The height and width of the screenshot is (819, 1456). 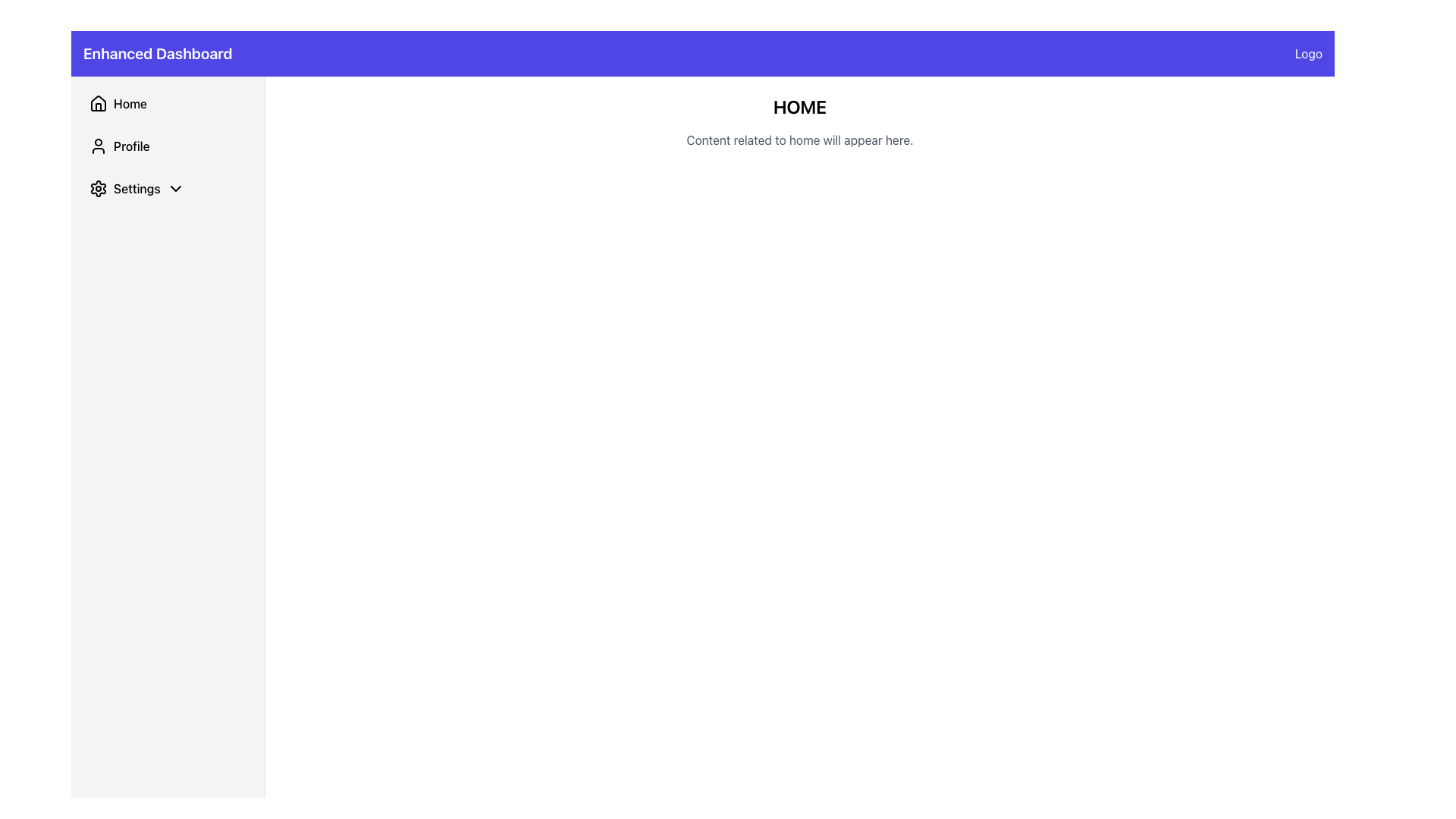 I want to click on the Text Block displaying 'Content related to home will appear here.' which is located beneath the 'HOME' header, so click(x=799, y=140).